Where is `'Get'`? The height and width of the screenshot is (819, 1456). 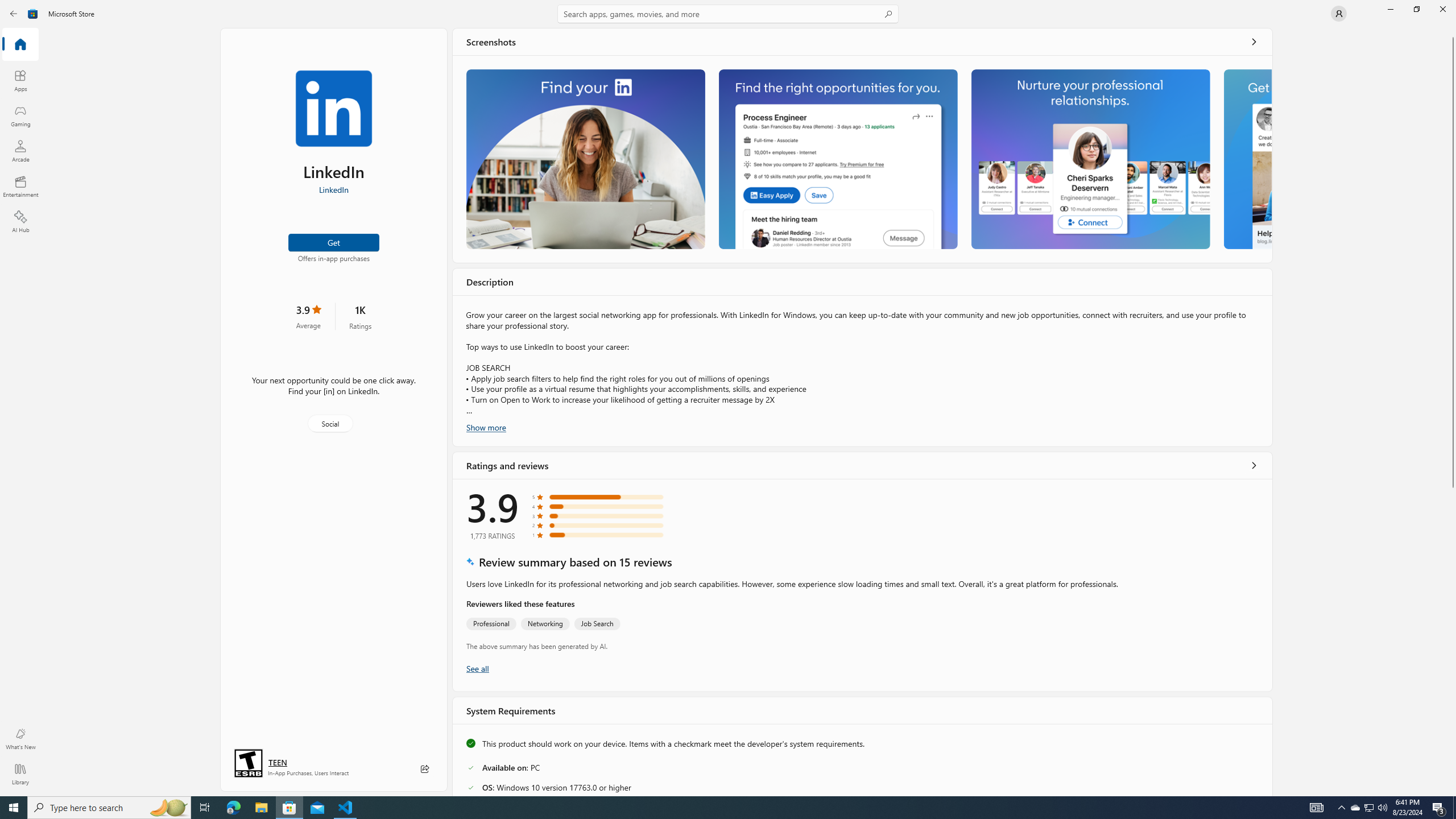
'Get' is located at coordinates (334, 242).